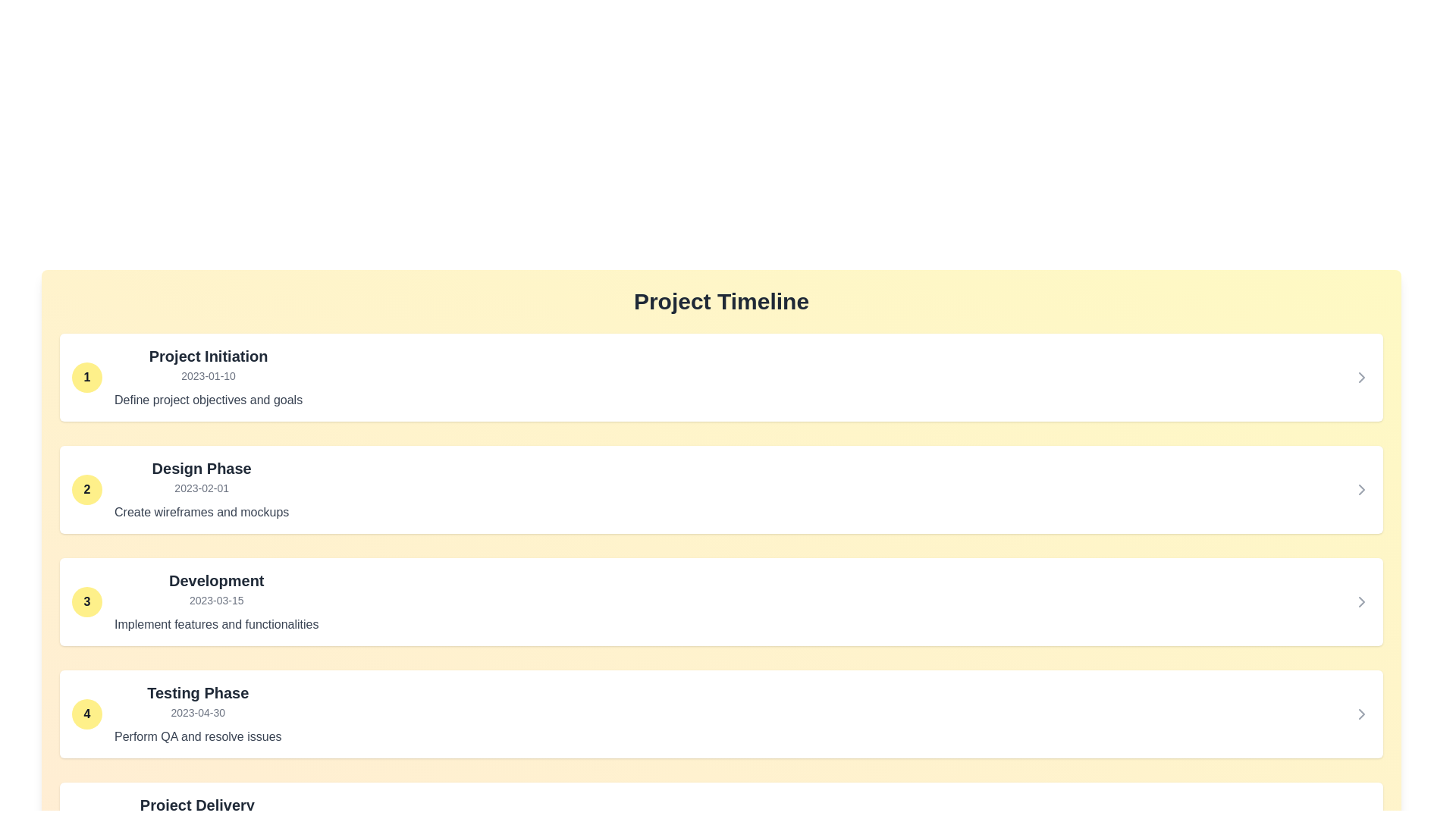 This screenshot has width=1456, height=819. Describe the element at coordinates (1361, 714) in the screenshot. I see `the right-facing chevron arrow button located in the 'Testing Phase' section of the 'Project Timeline'` at that location.